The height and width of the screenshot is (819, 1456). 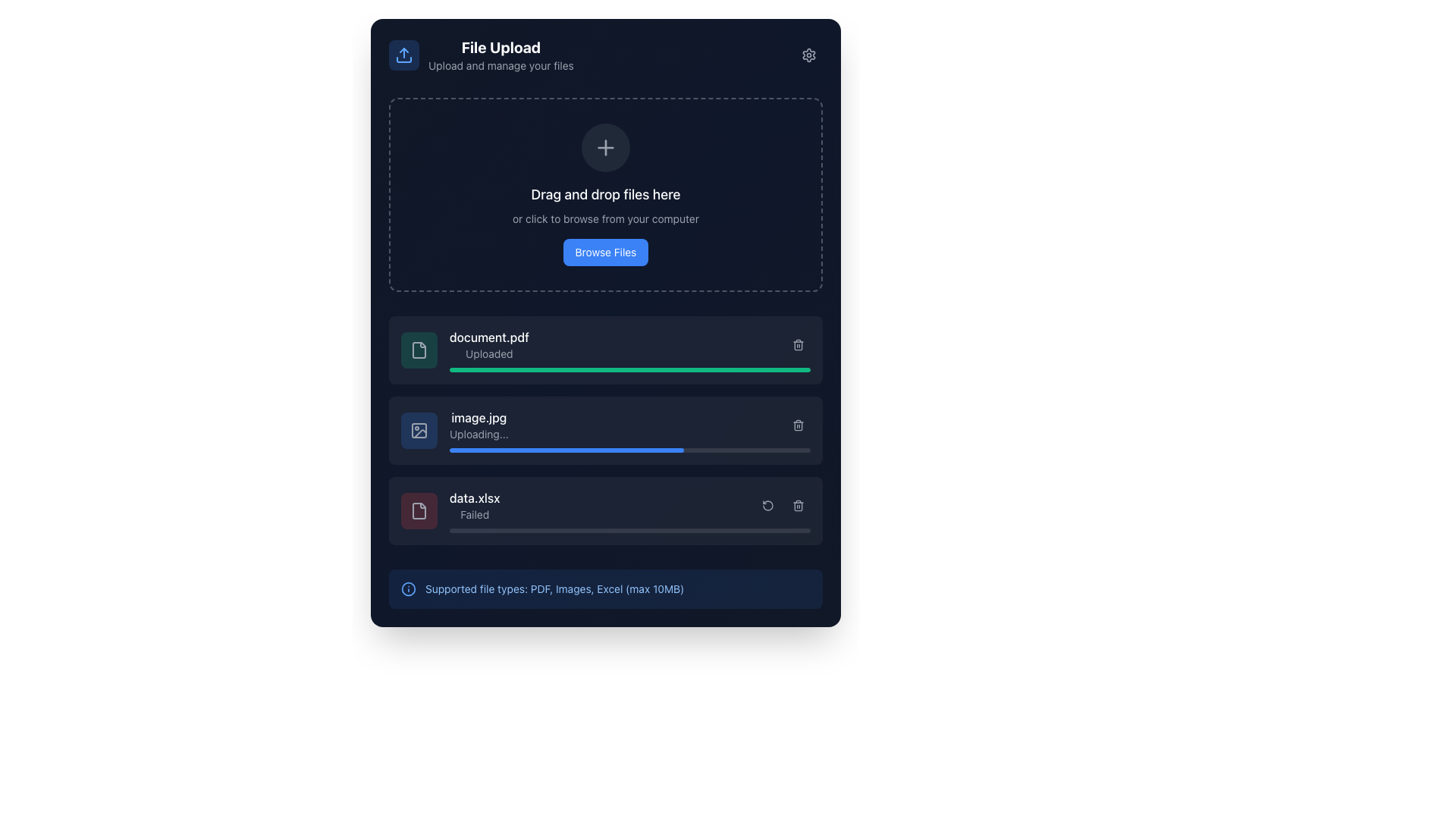 I want to click on the circular decorative icon with a dark gray background and a '+' symbol, located in the center of the file drag-and-drop area, so click(x=604, y=148).